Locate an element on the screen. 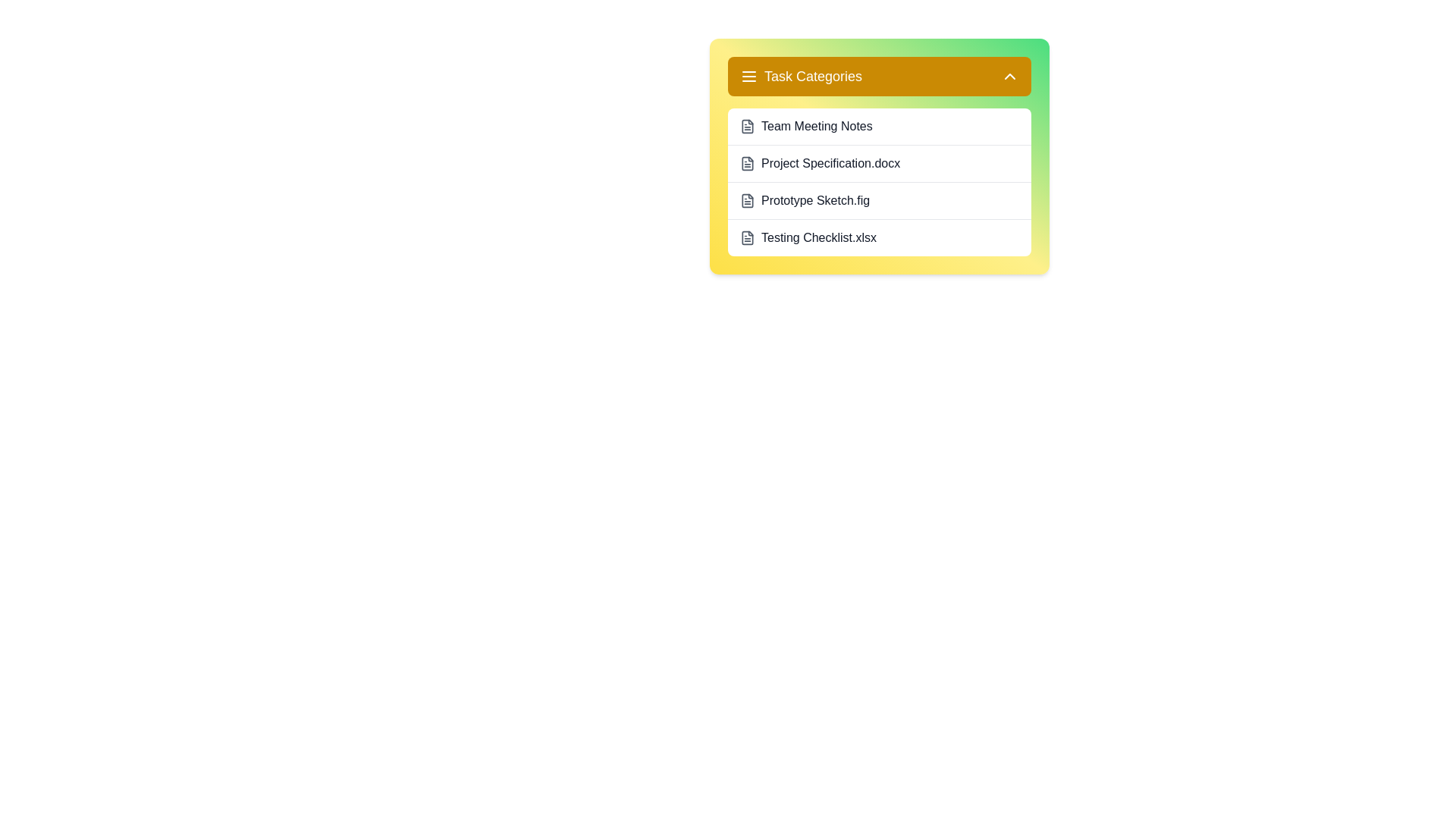 This screenshot has height=819, width=1456. the task Team Meeting Notes to highlight it is located at coordinates (880, 125).